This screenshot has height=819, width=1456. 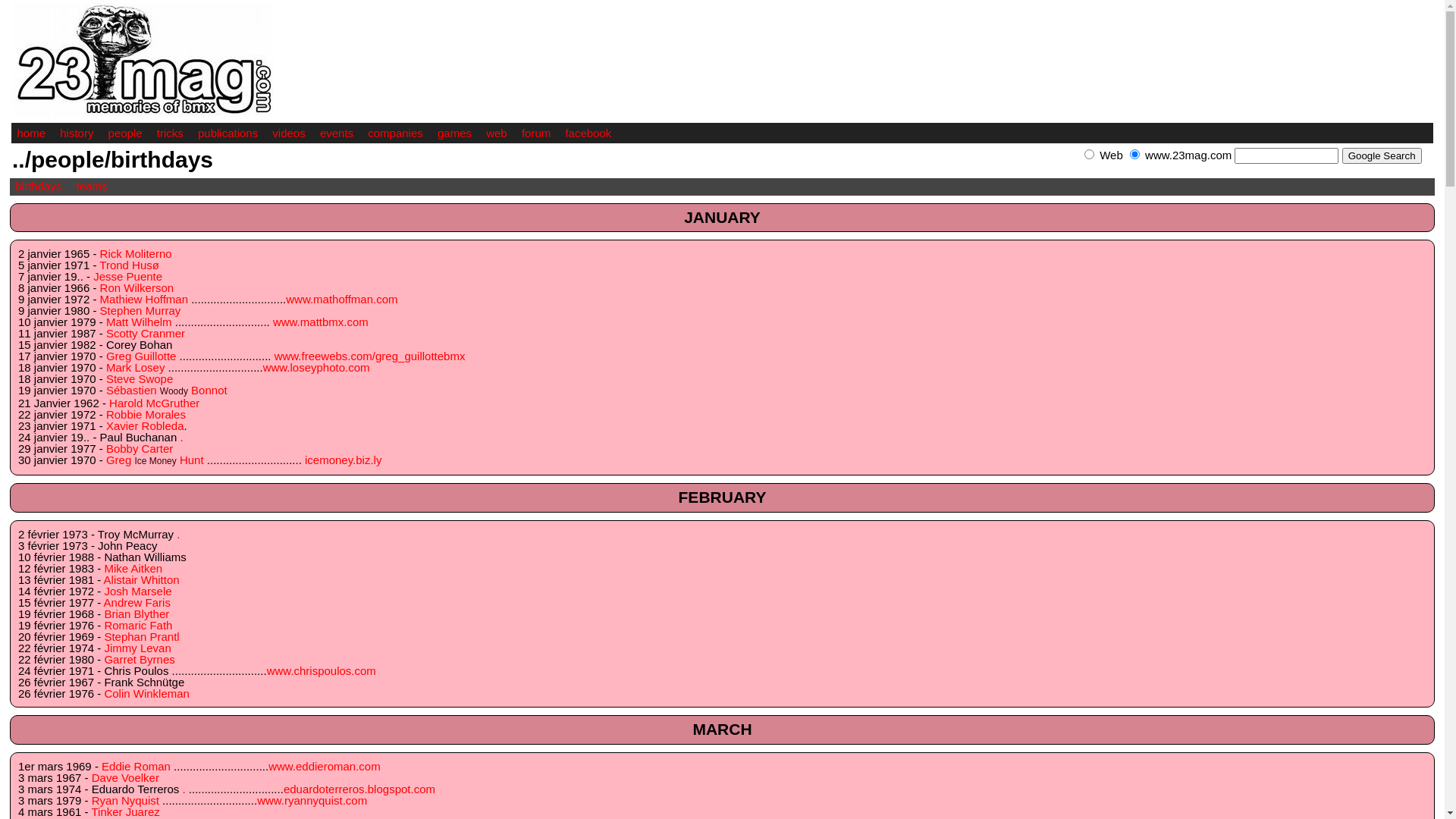 I want to click on 'videos', so click(x=288, y=132).